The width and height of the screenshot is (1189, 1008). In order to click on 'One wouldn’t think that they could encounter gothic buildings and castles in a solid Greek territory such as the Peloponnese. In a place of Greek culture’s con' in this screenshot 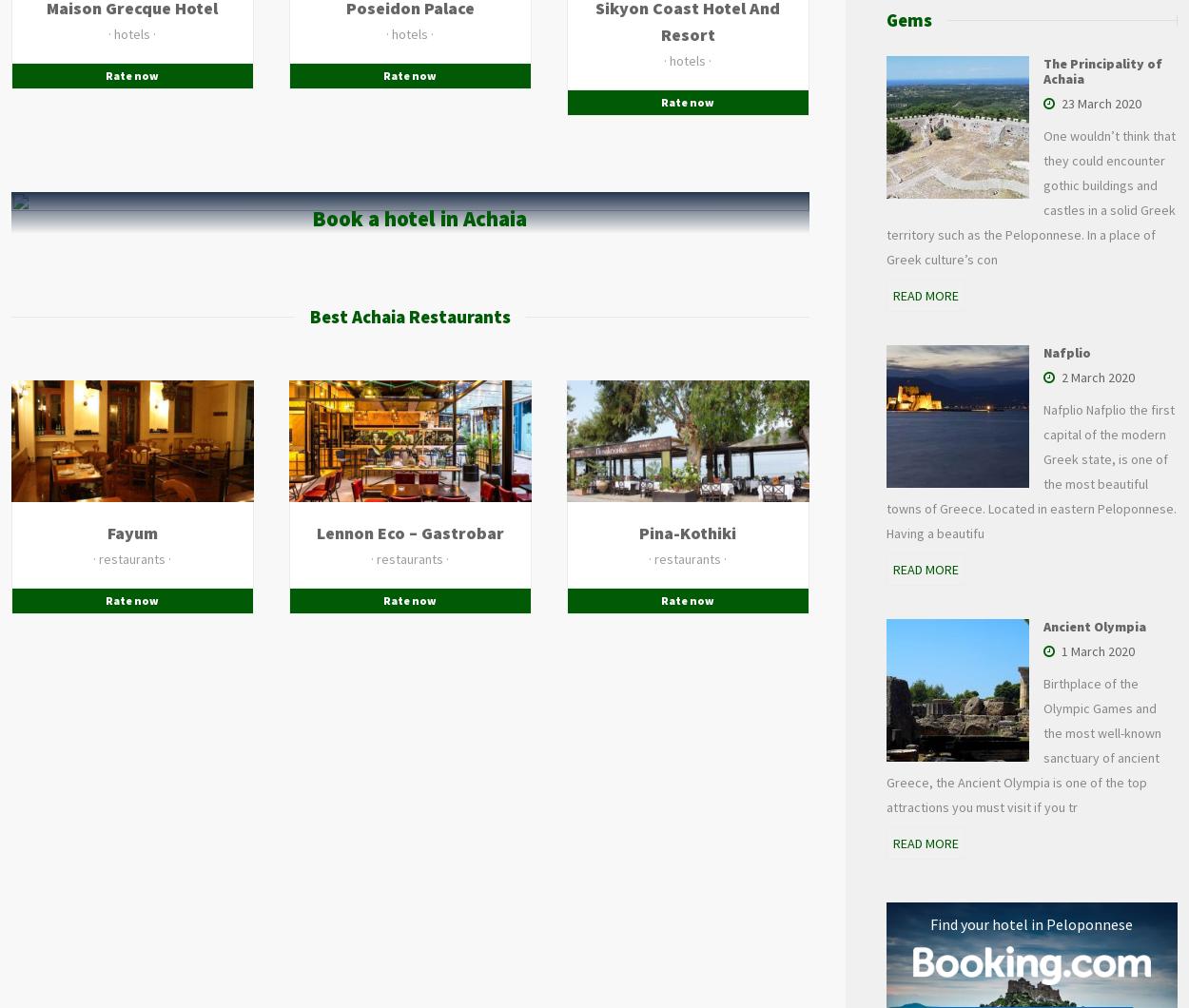, I will do `click(886, 196)`.